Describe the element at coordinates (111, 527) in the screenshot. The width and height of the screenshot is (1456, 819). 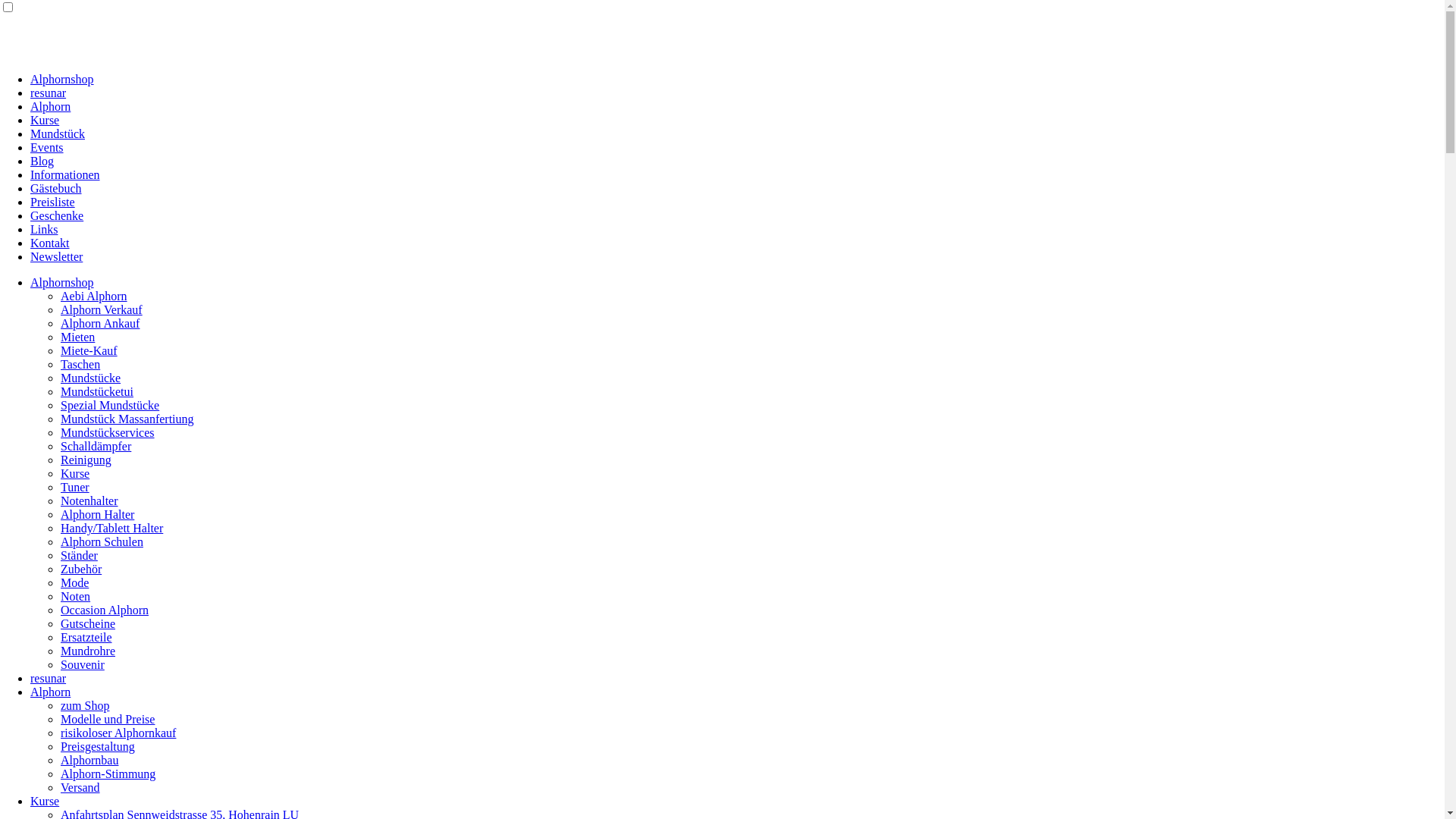
I see `'Handy/Tablett Halter'` at that location.